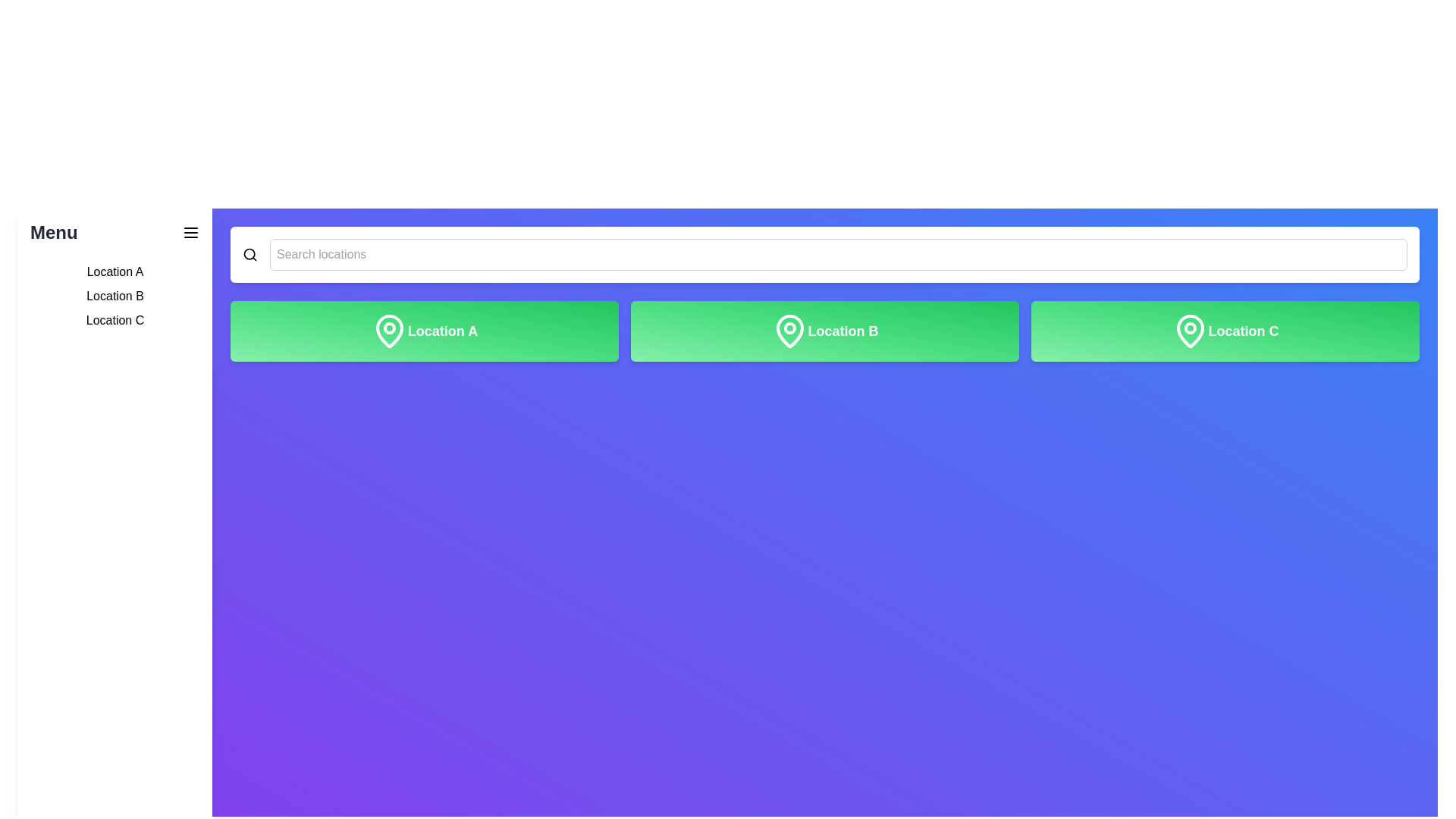  Describe the element at coordinates (1189, 330) in the screenshot. I see `the map pin icon element located within the 'Location C' button, which is styled with a green gradient background and features a clean, modern design` at that location.